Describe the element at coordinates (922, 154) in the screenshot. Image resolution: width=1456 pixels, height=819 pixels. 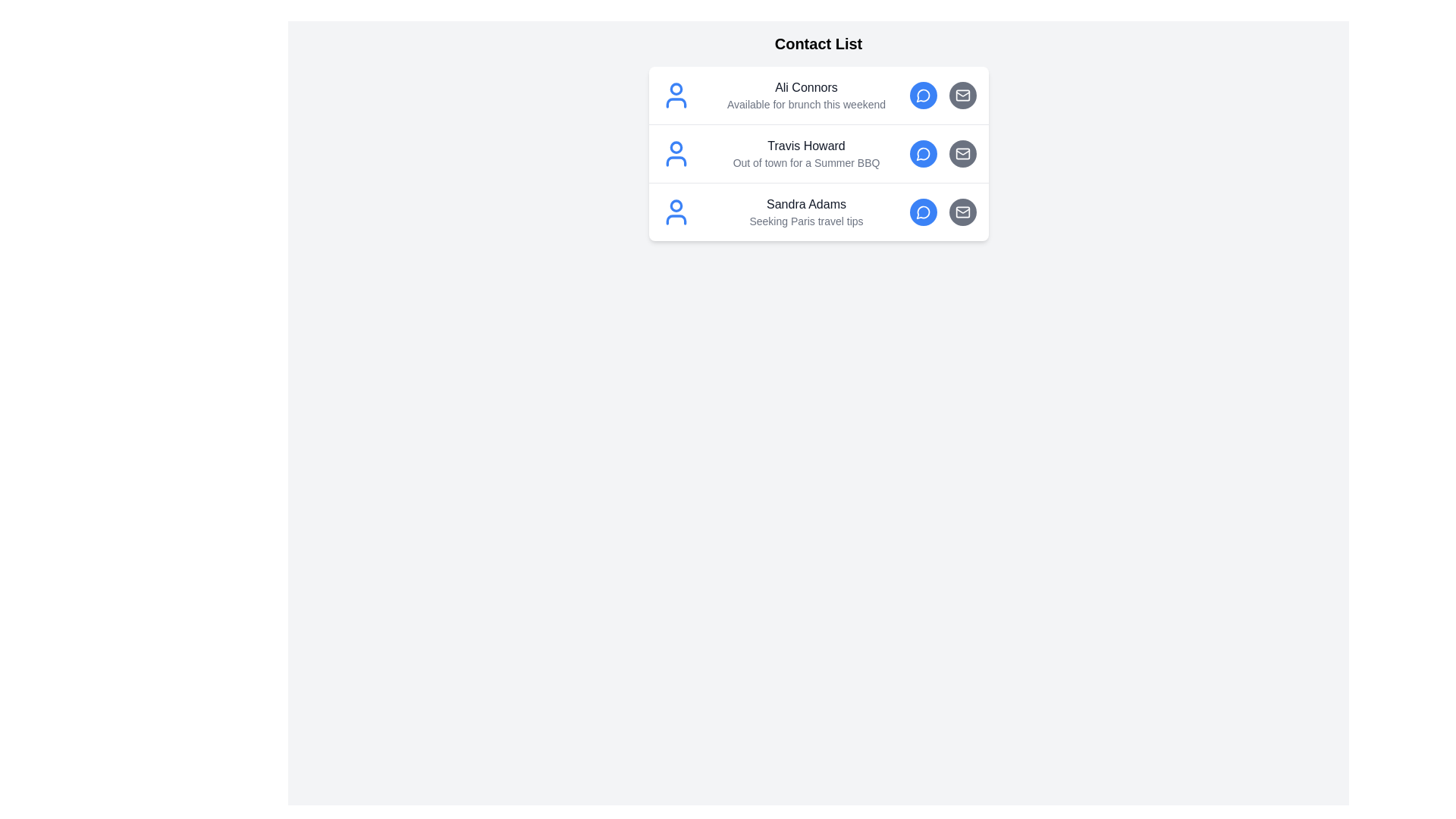
I see `the rounded blue button with a white speech bubble icon to initiate a chat, located in the second row of buttons next to the 'Out of town for a Summer BBQ' text and left of the gray email button` at that location.